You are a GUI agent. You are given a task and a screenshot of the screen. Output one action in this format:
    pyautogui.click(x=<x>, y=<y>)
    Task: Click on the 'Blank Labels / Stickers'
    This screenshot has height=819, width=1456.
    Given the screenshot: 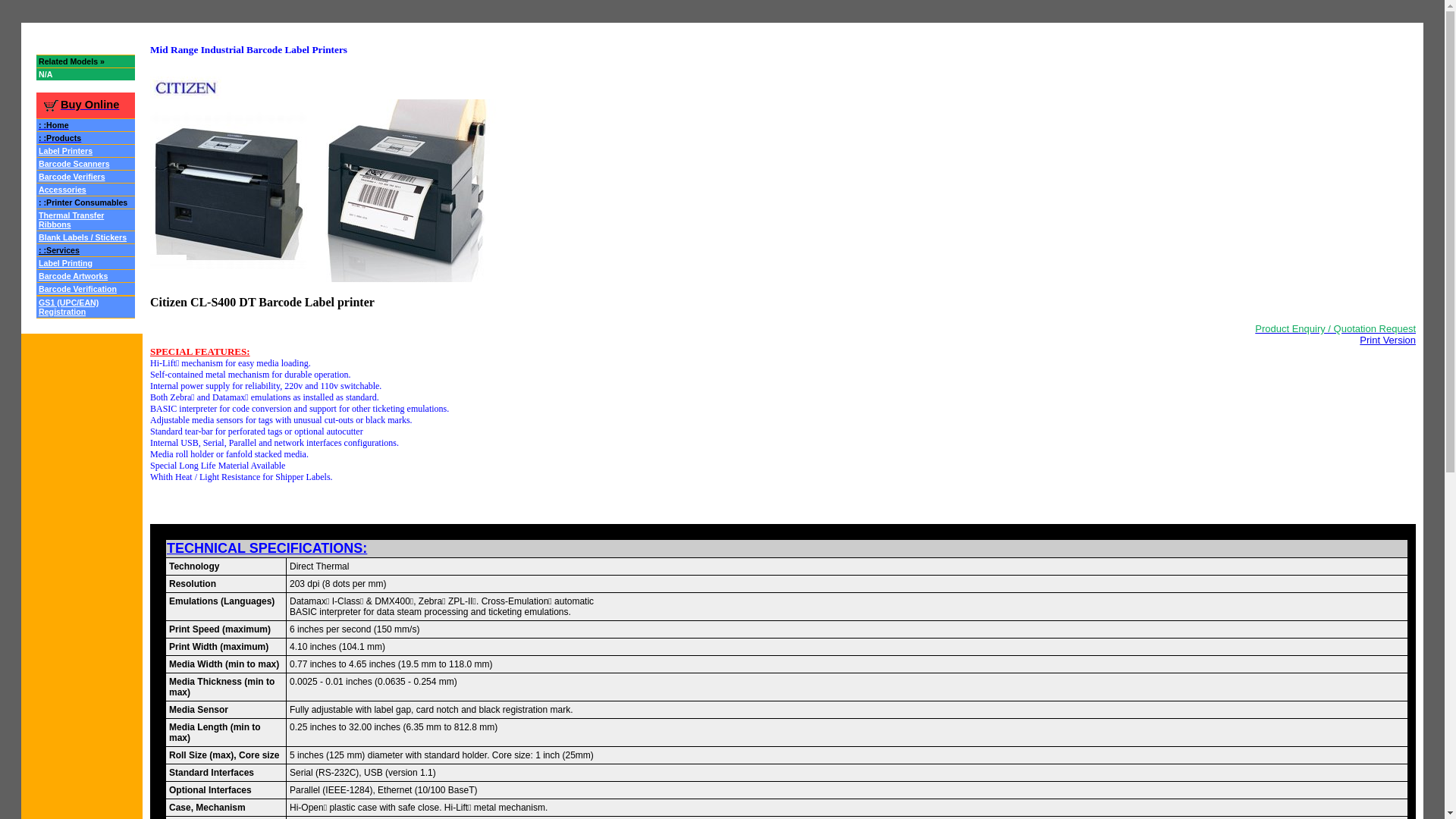 What is the action you would take?
    pyautogui.click(x=82, y=236)
    